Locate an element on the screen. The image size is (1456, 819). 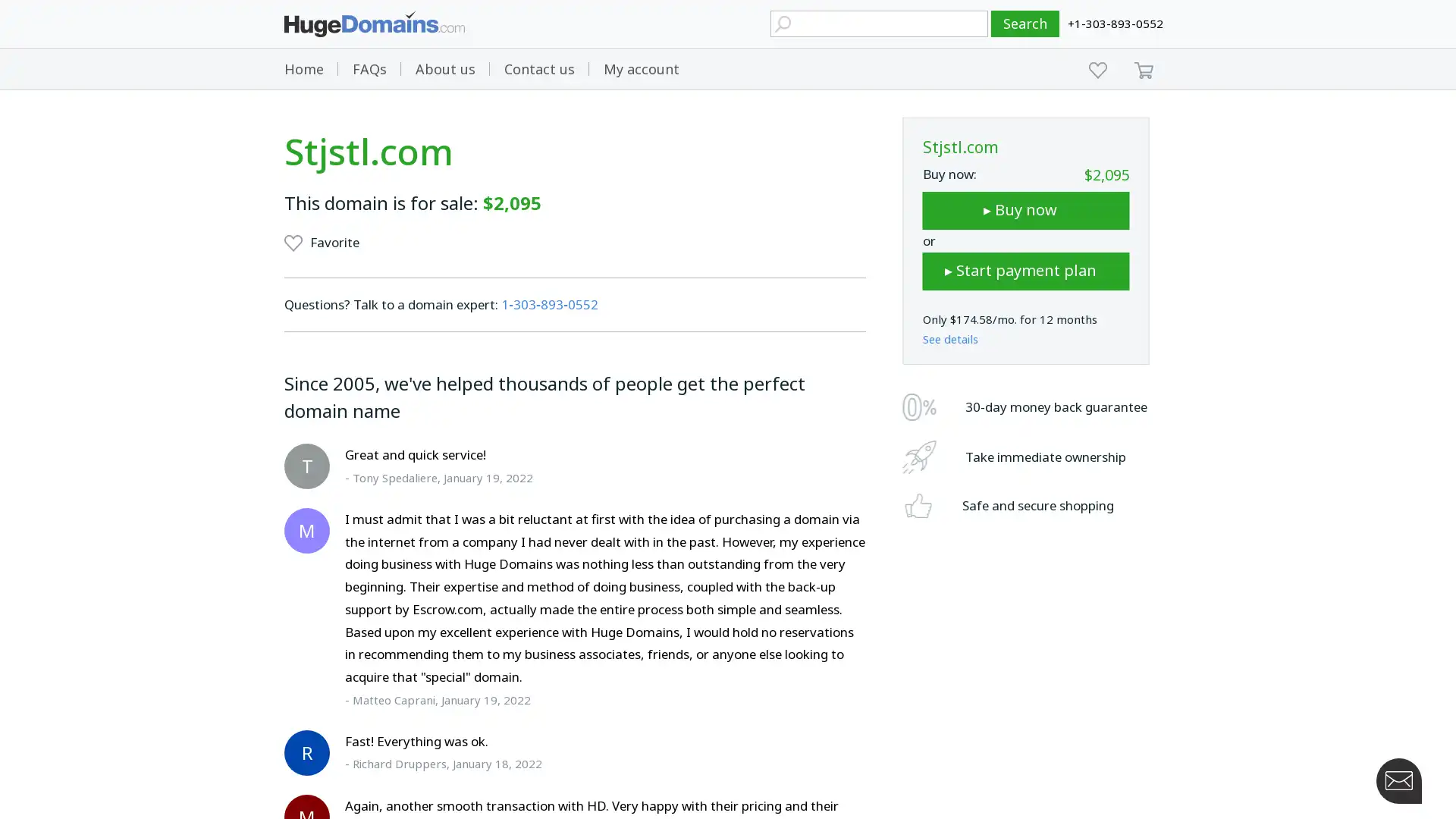
Search is located at coordinates (1025, 24).